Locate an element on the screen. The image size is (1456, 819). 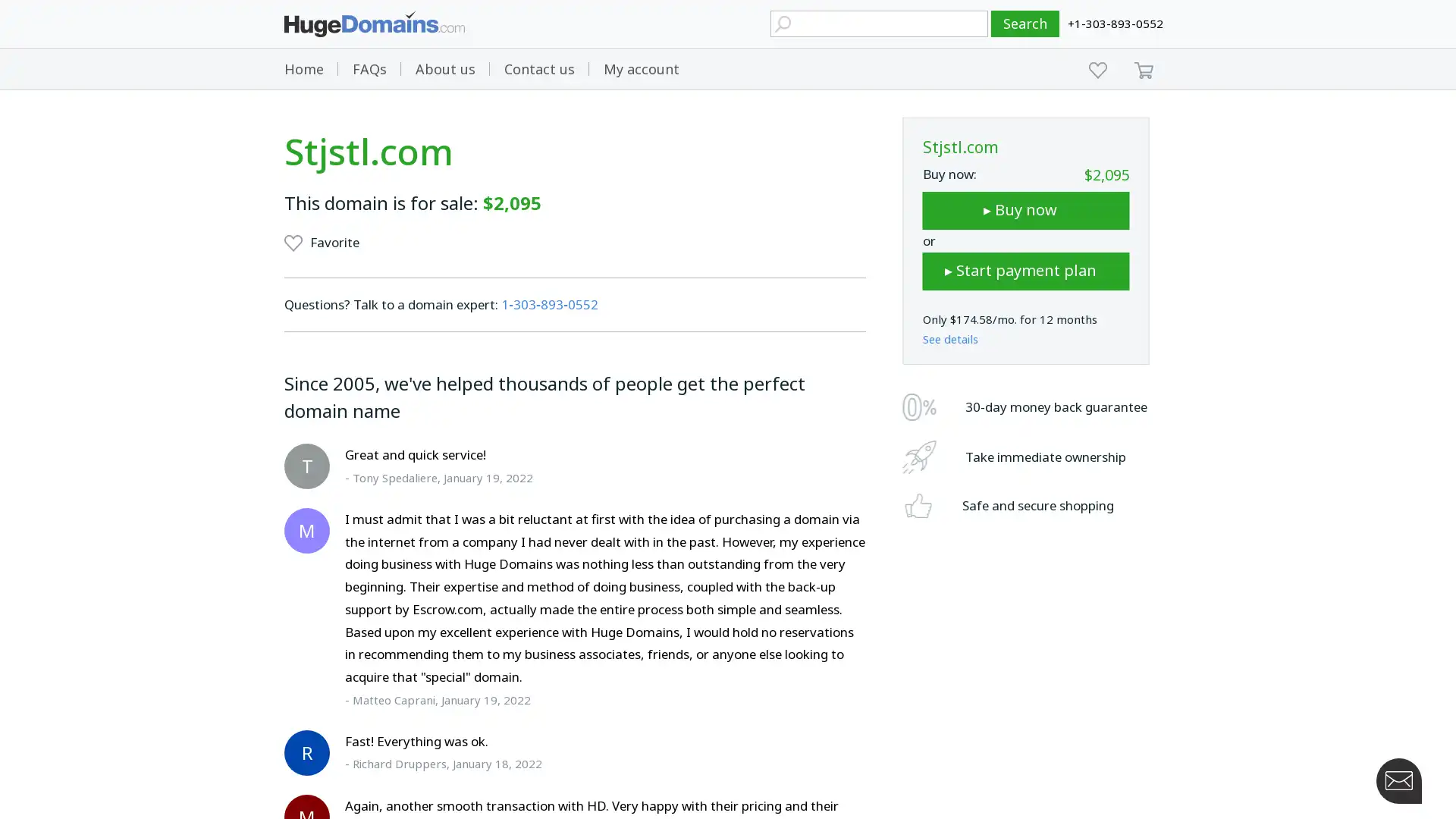
Search is located at coordinates (1025, 24).